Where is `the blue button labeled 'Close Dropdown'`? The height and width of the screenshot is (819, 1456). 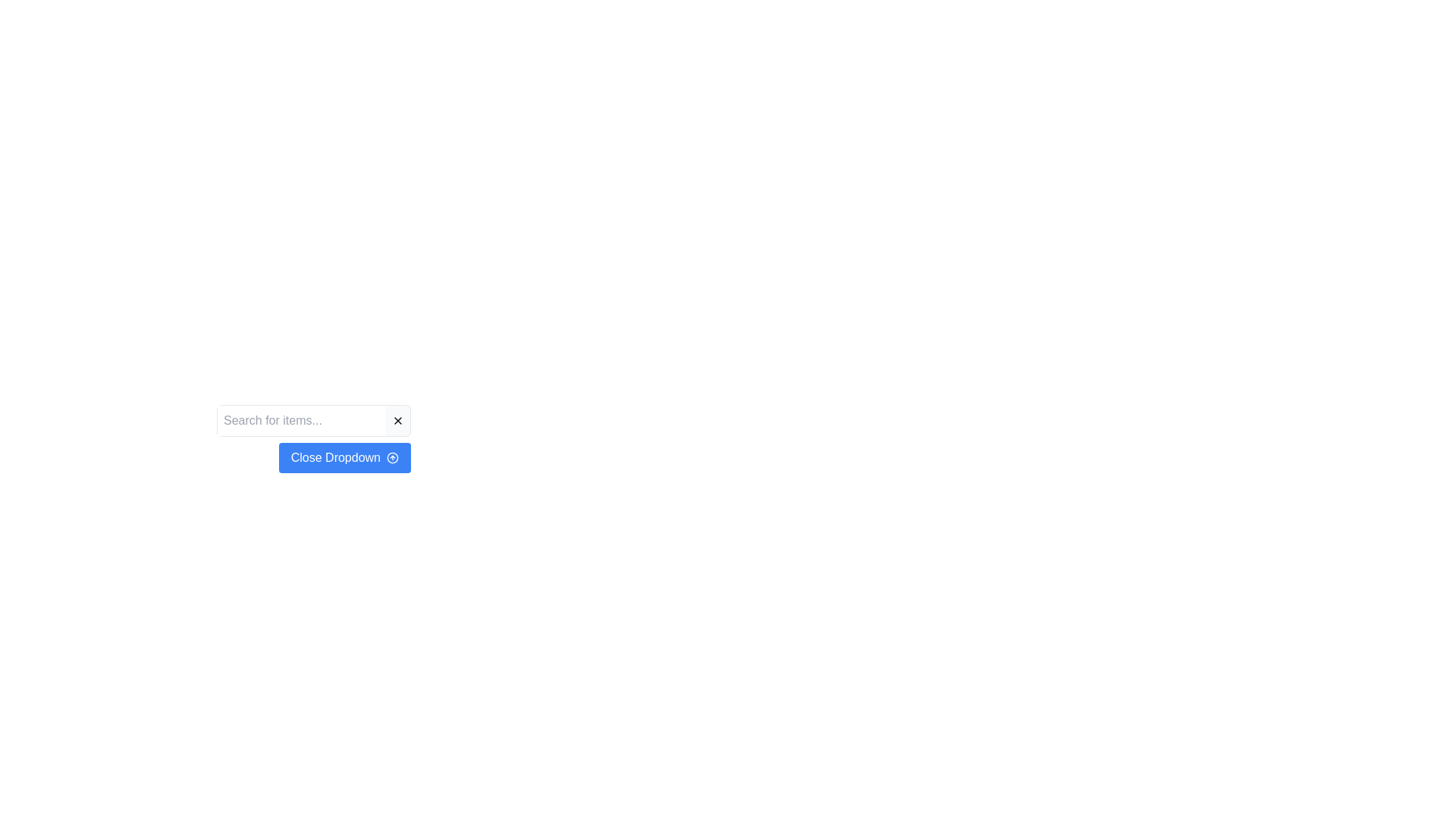
the blue button labeled 'Close Dropdown' is located at coordinates (312, 457).